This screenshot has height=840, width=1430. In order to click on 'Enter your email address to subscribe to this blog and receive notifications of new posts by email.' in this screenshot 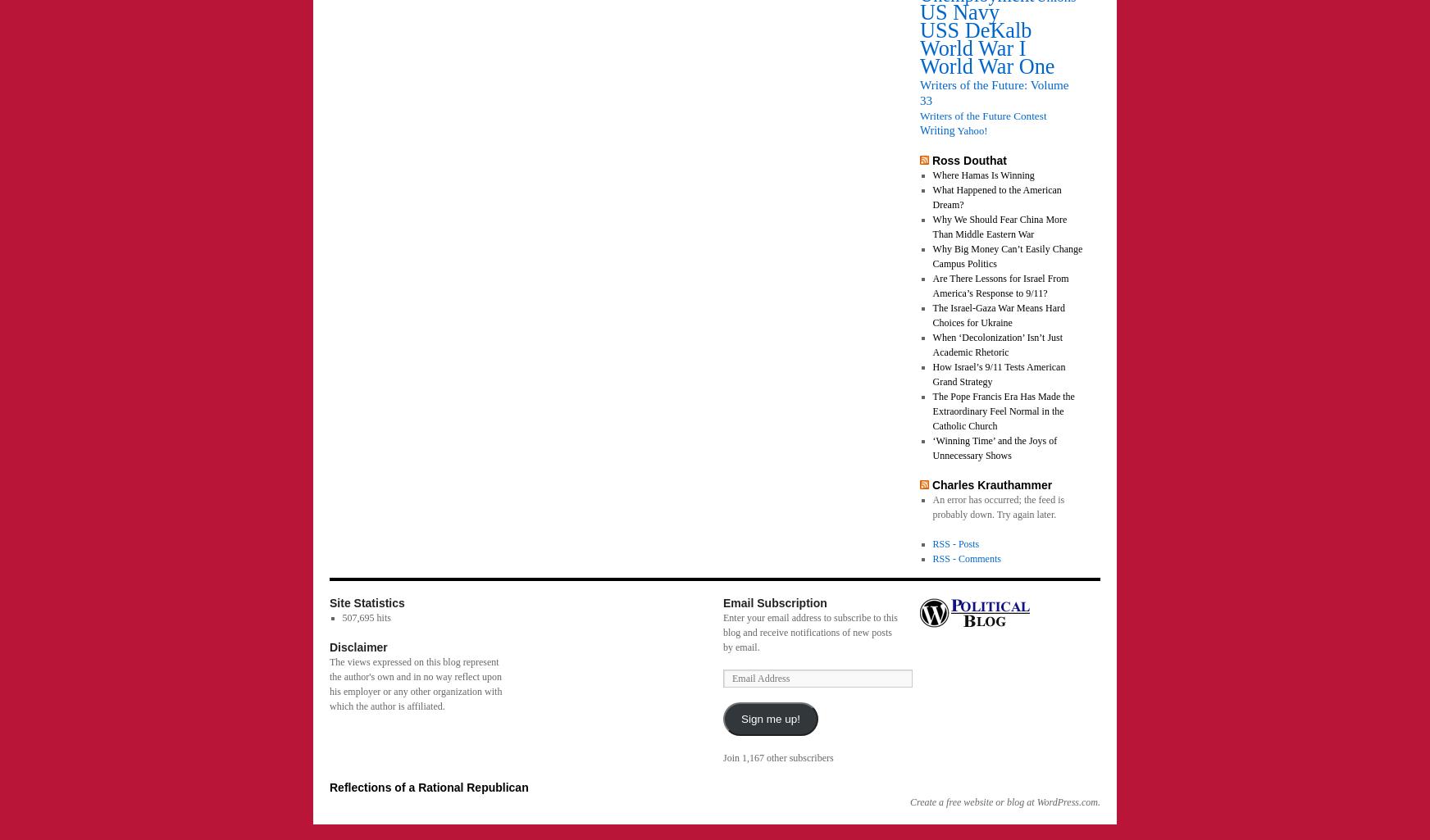, I will do `click(722, 633)`.